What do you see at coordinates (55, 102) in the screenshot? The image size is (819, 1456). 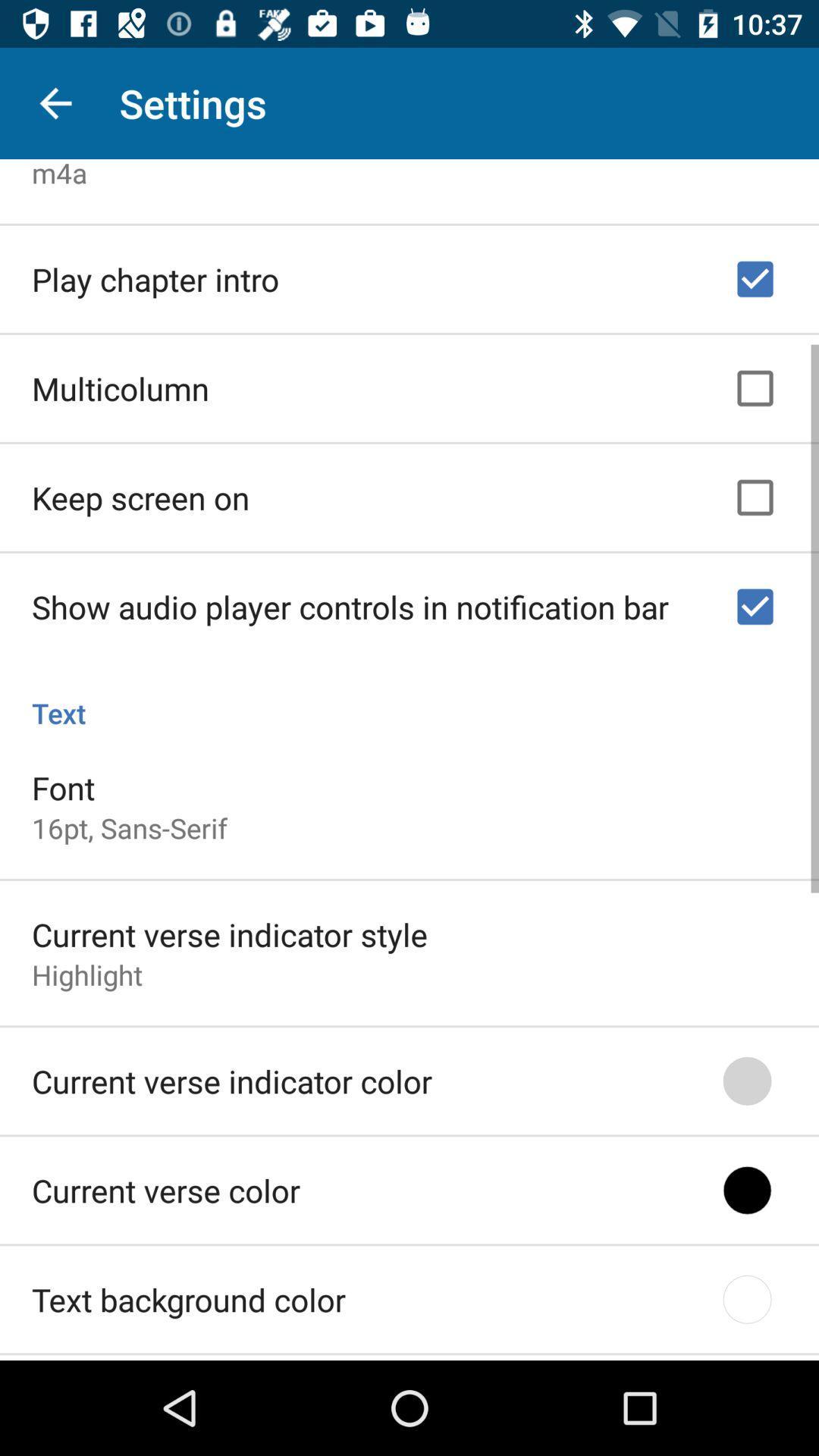 I see `the icon above the m4a icon` at bounding box center [55, 102].